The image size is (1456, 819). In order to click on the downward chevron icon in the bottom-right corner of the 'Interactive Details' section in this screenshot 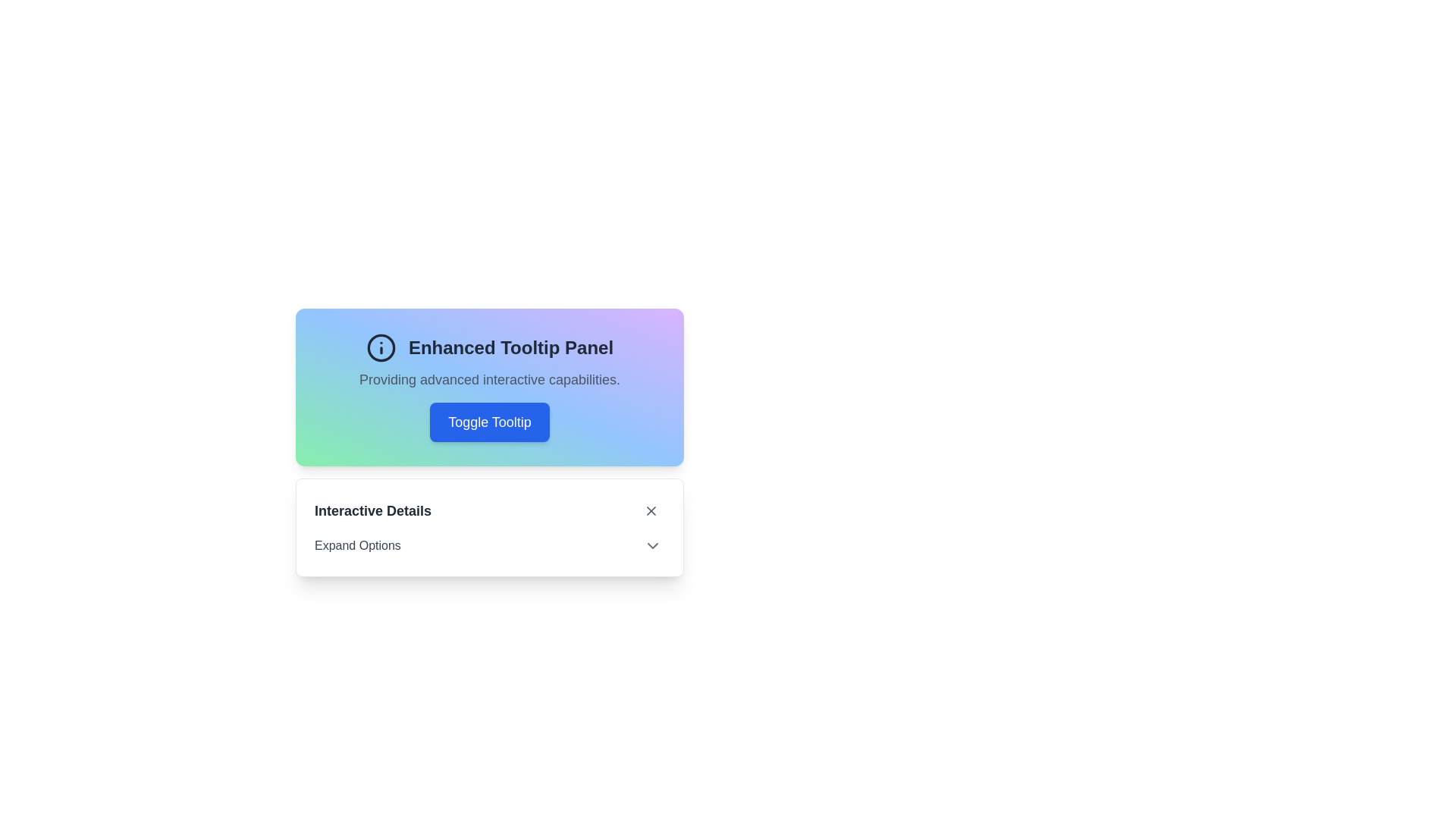, I will do `click(652, 546)`.